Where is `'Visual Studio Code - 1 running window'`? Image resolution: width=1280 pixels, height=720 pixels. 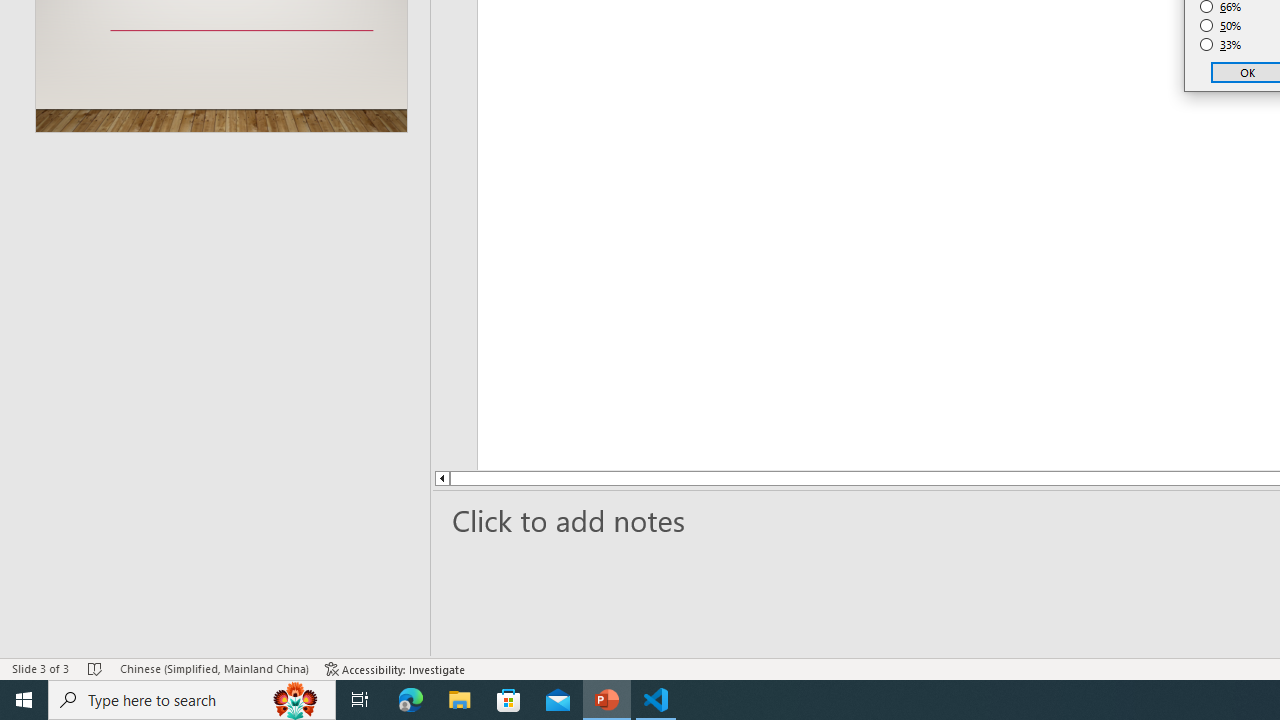 'Visual Studio Code - 1 running window' is located at coordinates (656, 698).